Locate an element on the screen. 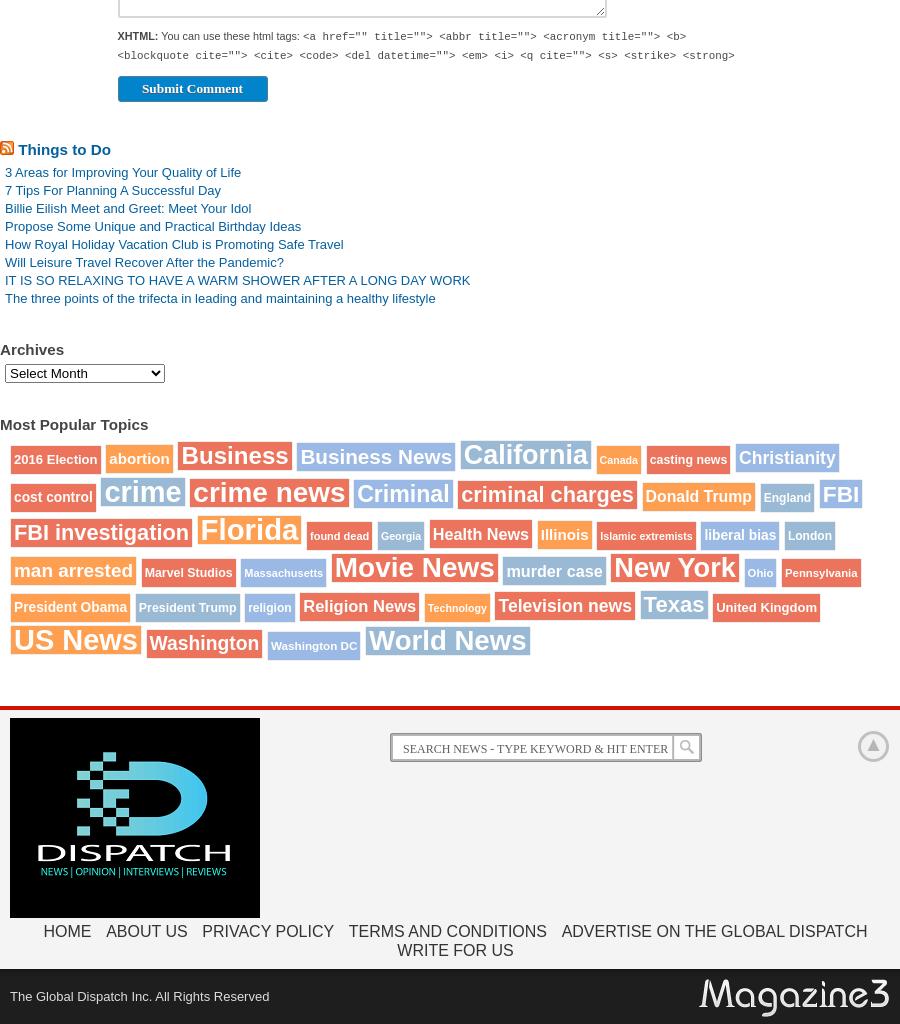 The image size is (900, 1024). 'Washington DC' is located at coordinates (269, 644).